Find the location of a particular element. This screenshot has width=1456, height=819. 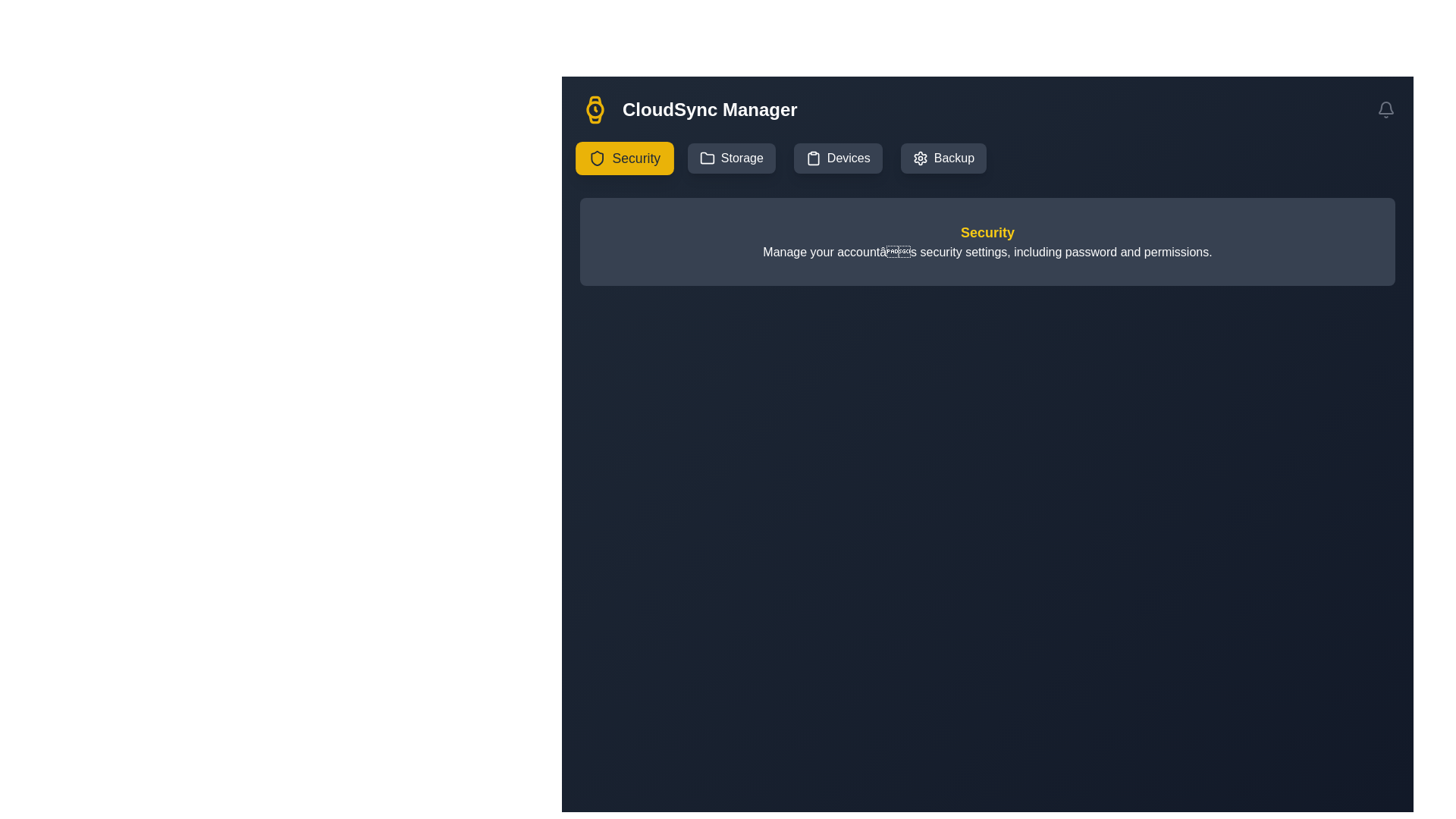

the 'Storage' button, which has a dark gray background, white text, and a folder icon is located at coordinates (731, 158).